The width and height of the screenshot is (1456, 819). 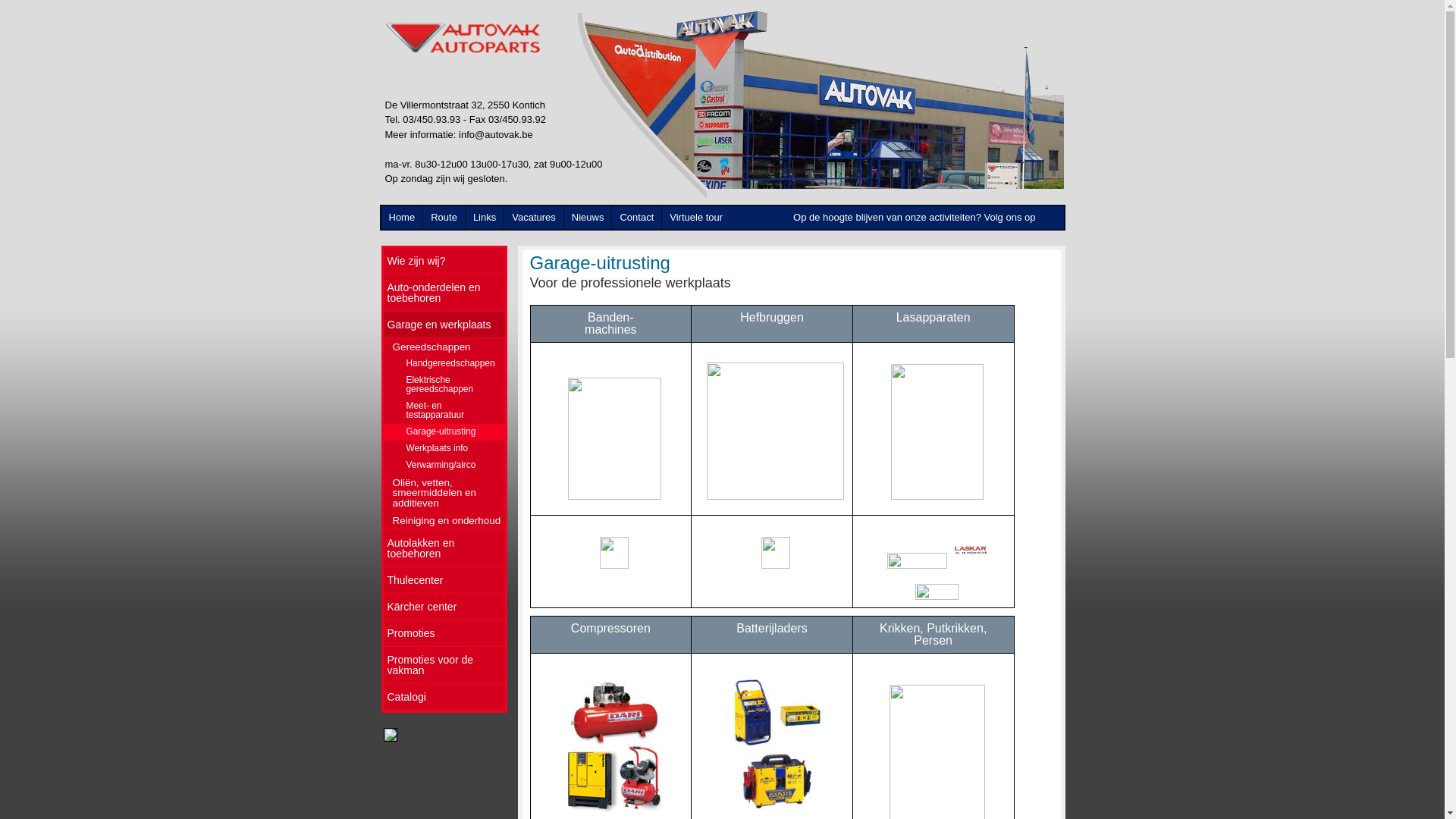 What do you see at coordinates (483, 218) in the screenshot?
I see `'Links'` at bounding box center [483, 218].